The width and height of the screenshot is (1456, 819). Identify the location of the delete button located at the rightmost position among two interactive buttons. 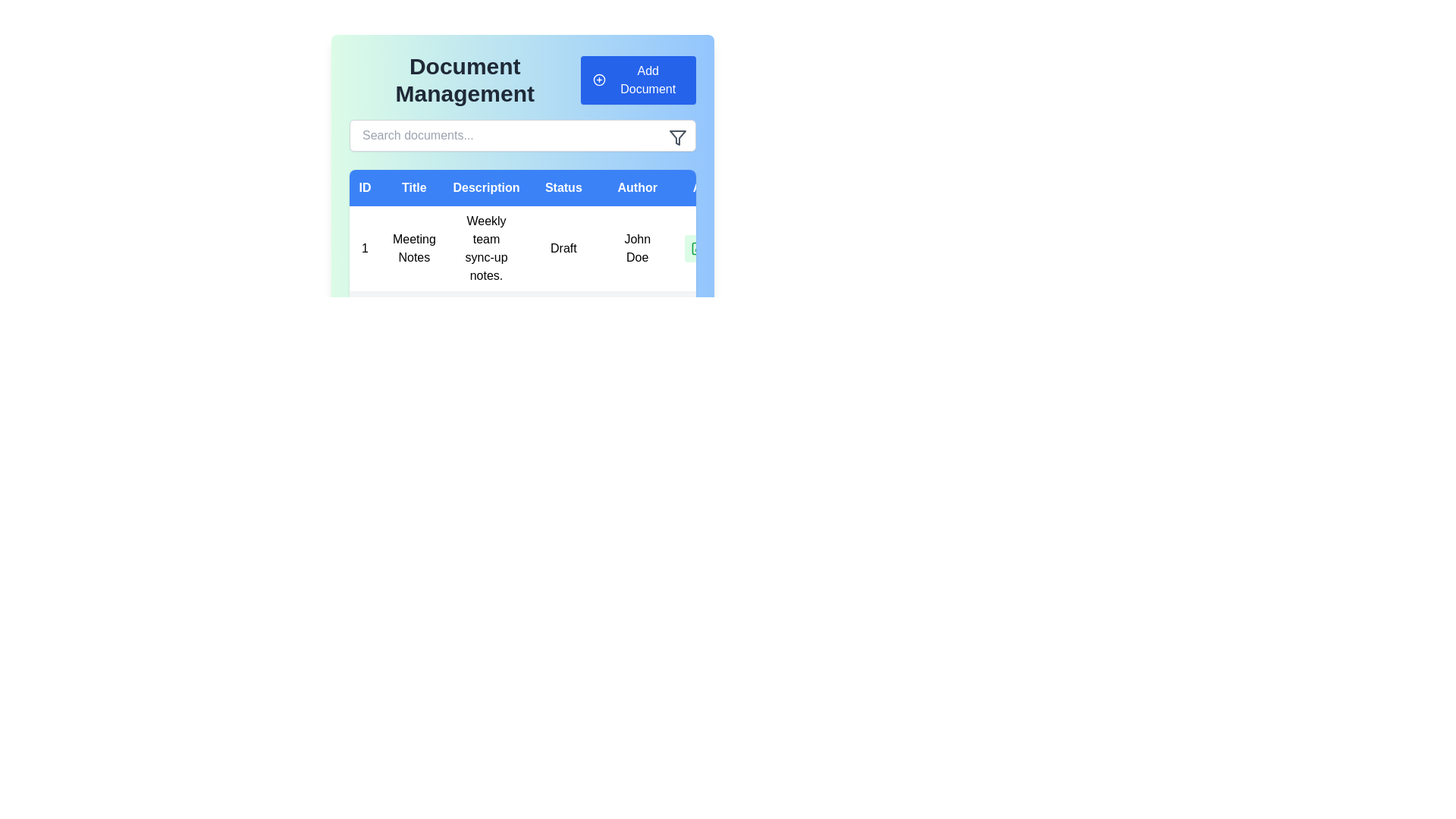
(731, 247).